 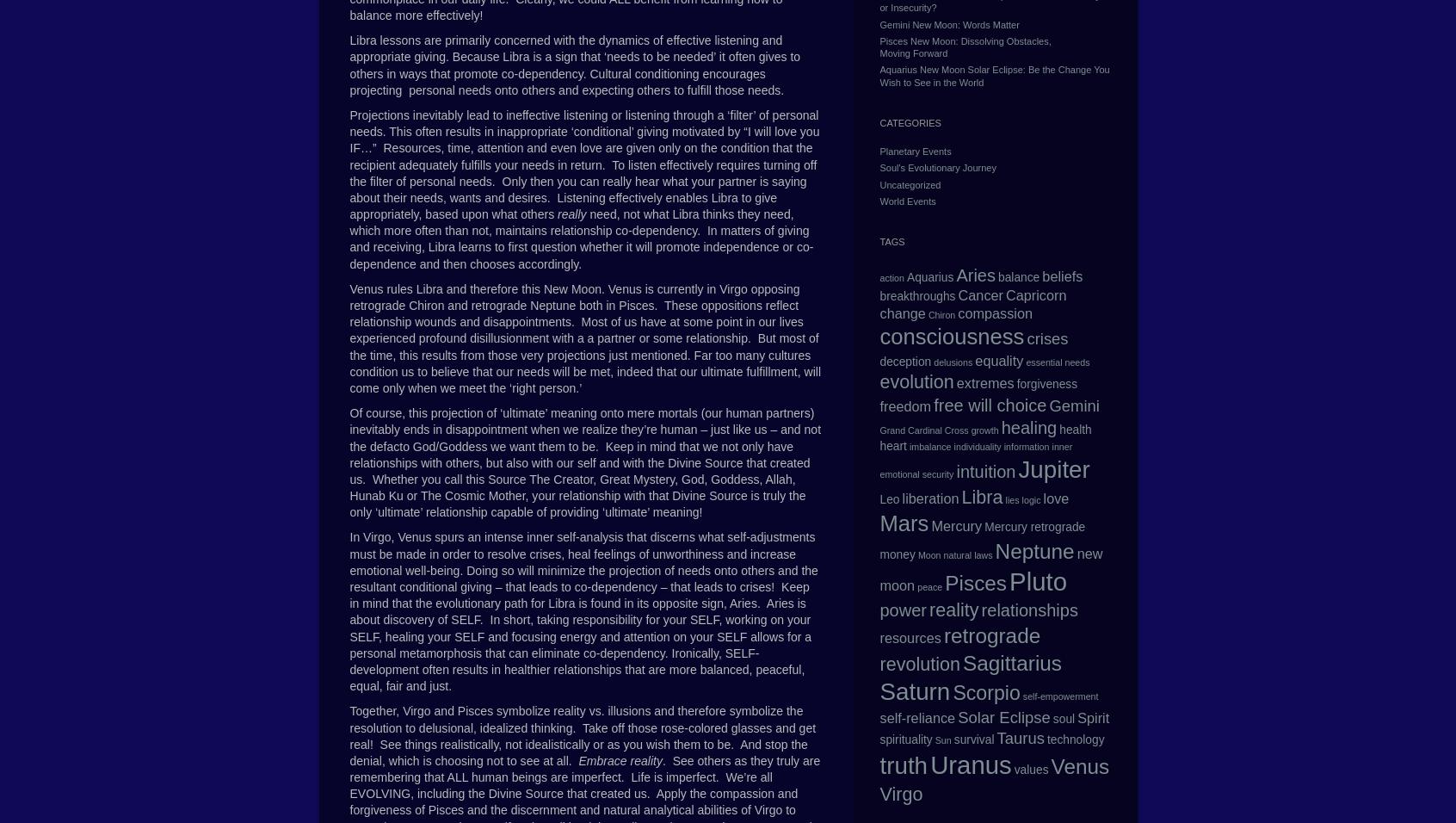 What do you see at coordinates (878, 717) in the screenshot?
I see `'self-reliance'` at bounding box center [878, 717].